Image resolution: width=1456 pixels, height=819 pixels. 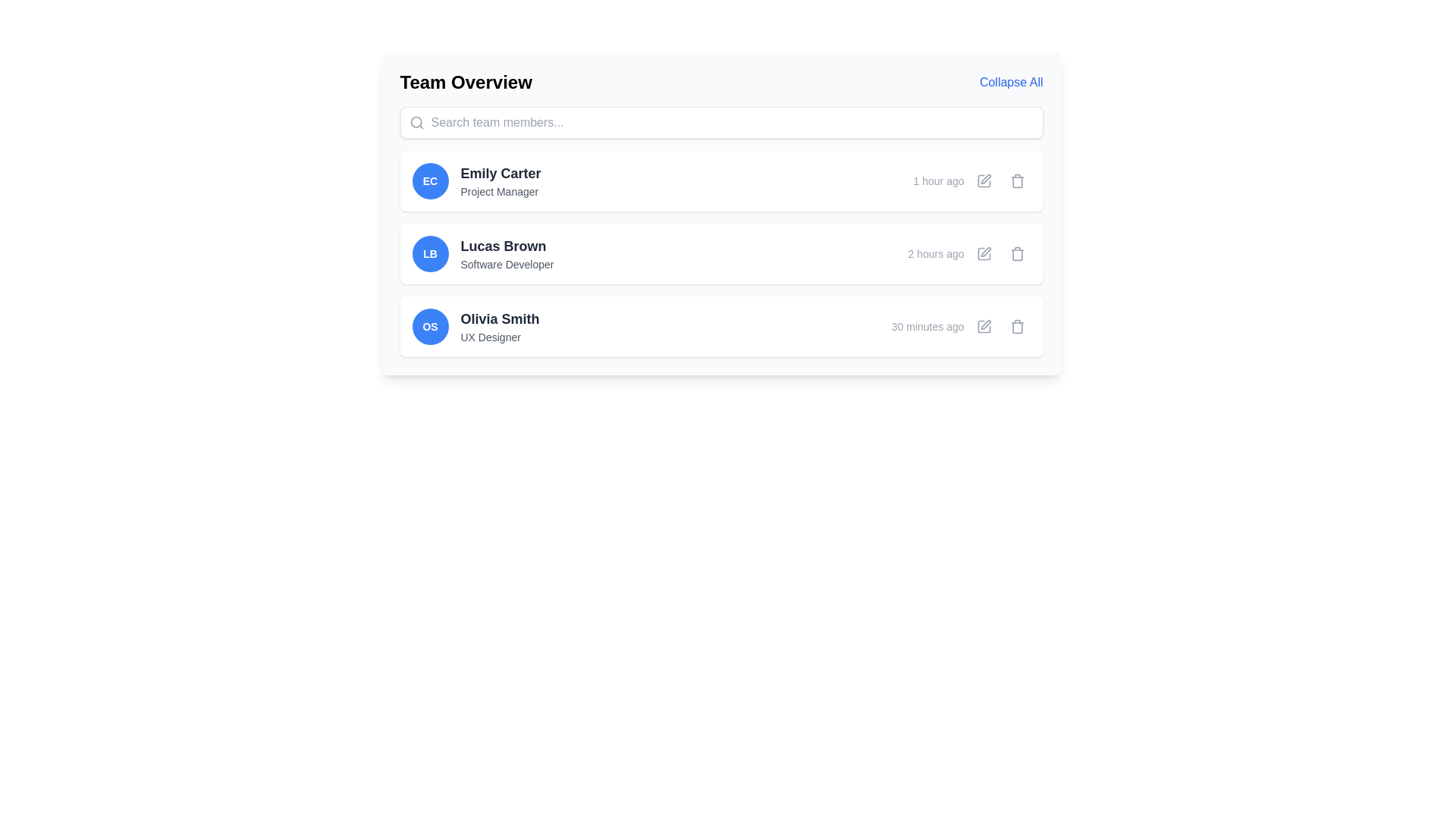 I want to click on the trash can icon delete button located next to the timestamp '2 hours ago' for Lucas Brown, so click(x=1017, y=253).